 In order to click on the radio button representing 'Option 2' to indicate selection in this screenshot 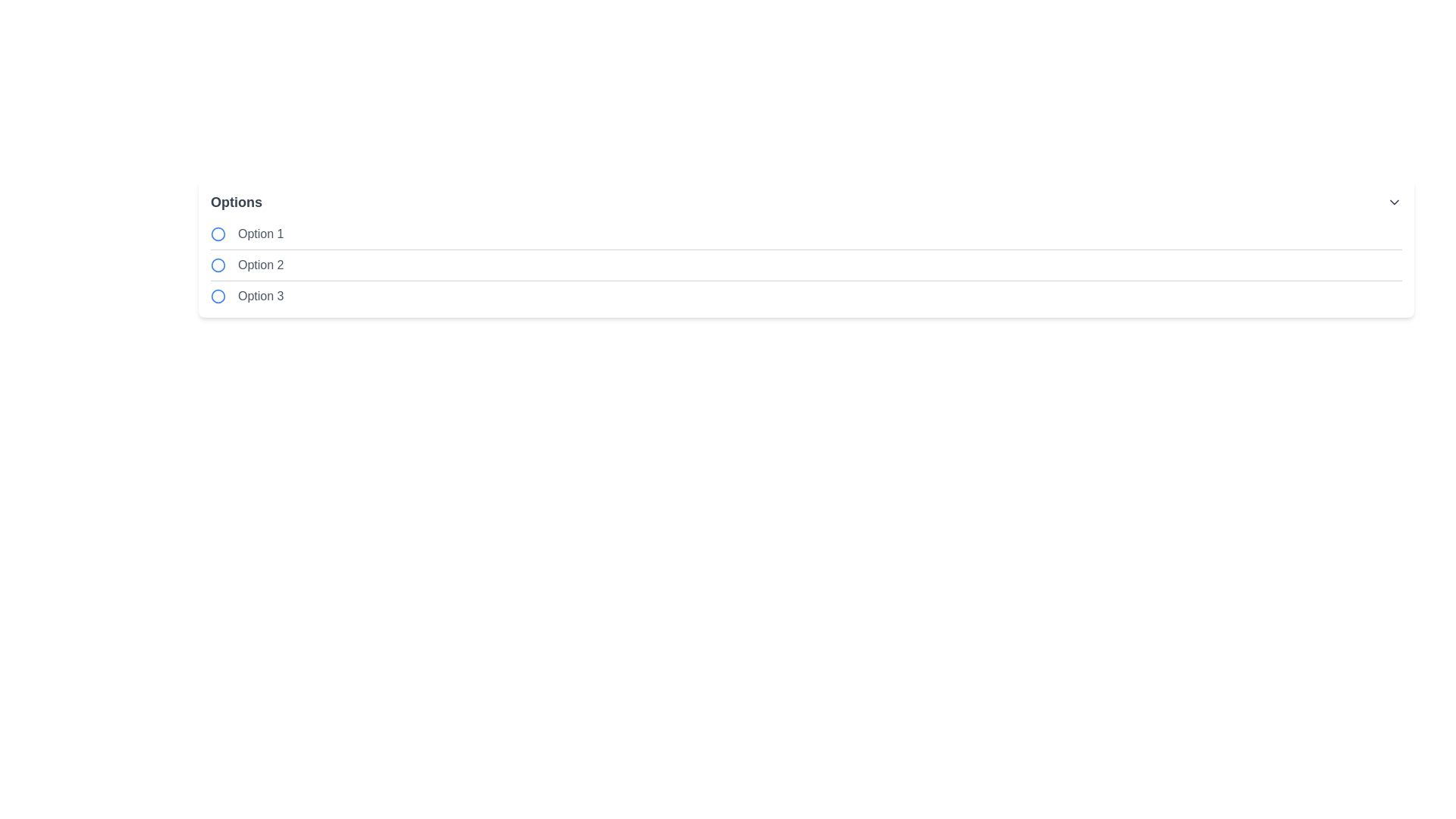, I will do `click(218, 265)`.